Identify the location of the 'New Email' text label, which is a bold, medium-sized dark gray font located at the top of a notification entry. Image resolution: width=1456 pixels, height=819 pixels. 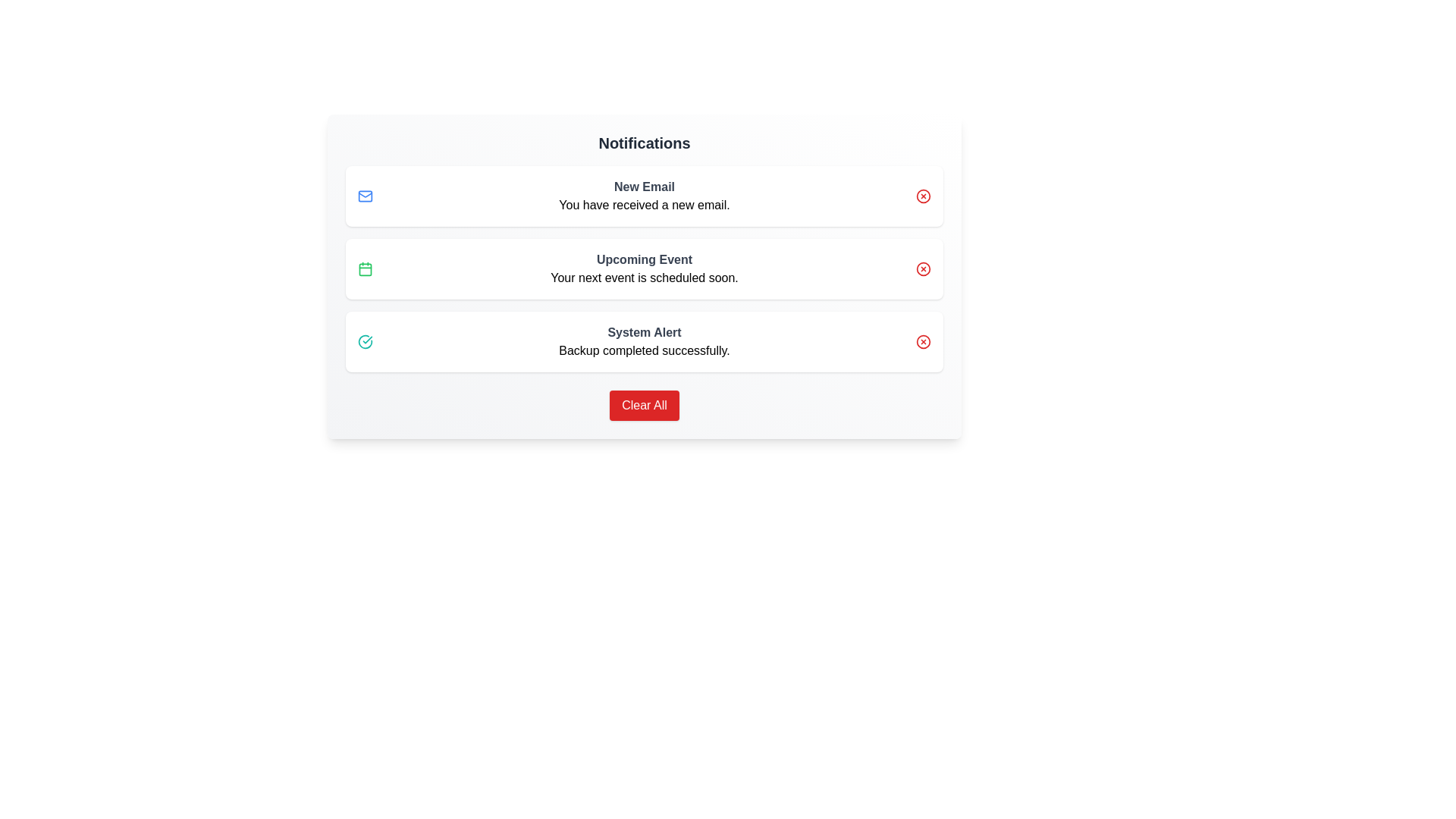
(644, 186).